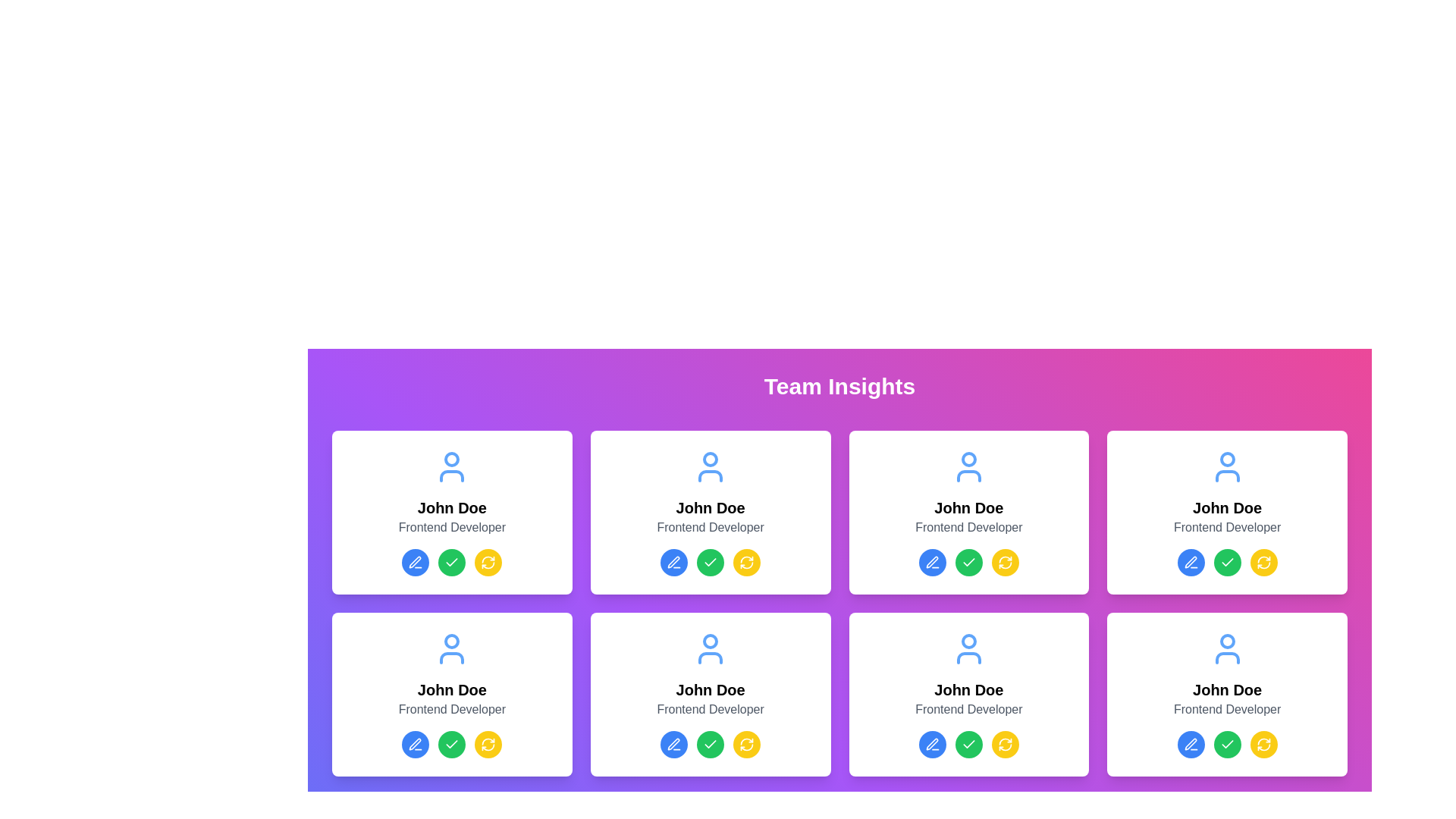  What do you see at coordinates (451, 710) in the screenshot?
I see `the text label displaying the job role 'Frontend Developer', which is located within a card with a white background and rounded corners, positioned below the name 'John Doe' and above a row of colored buttons` at bounding box center [451, 710].